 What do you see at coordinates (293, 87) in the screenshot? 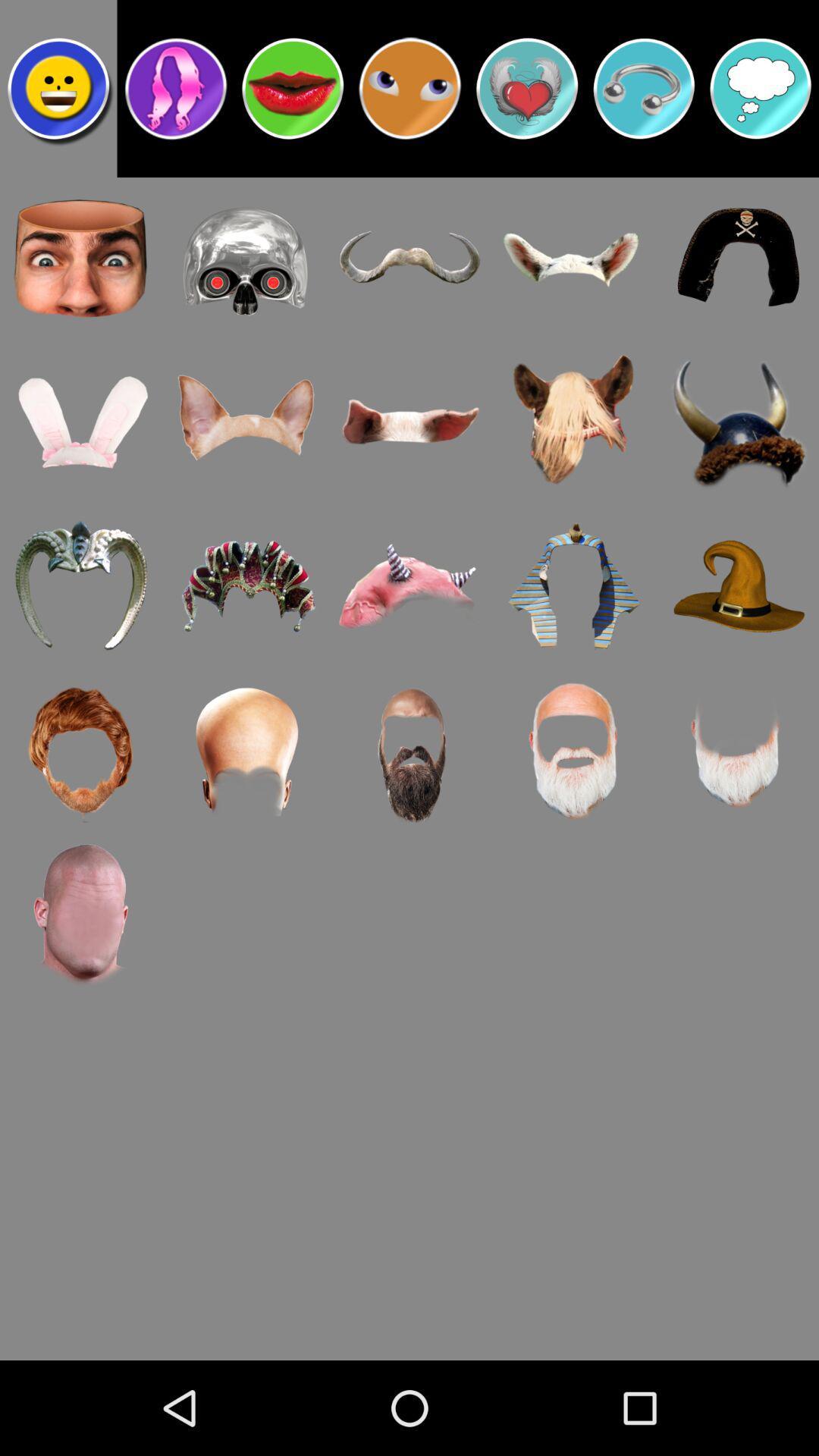
I see `mouth shape` at bounding box center [293, 87].